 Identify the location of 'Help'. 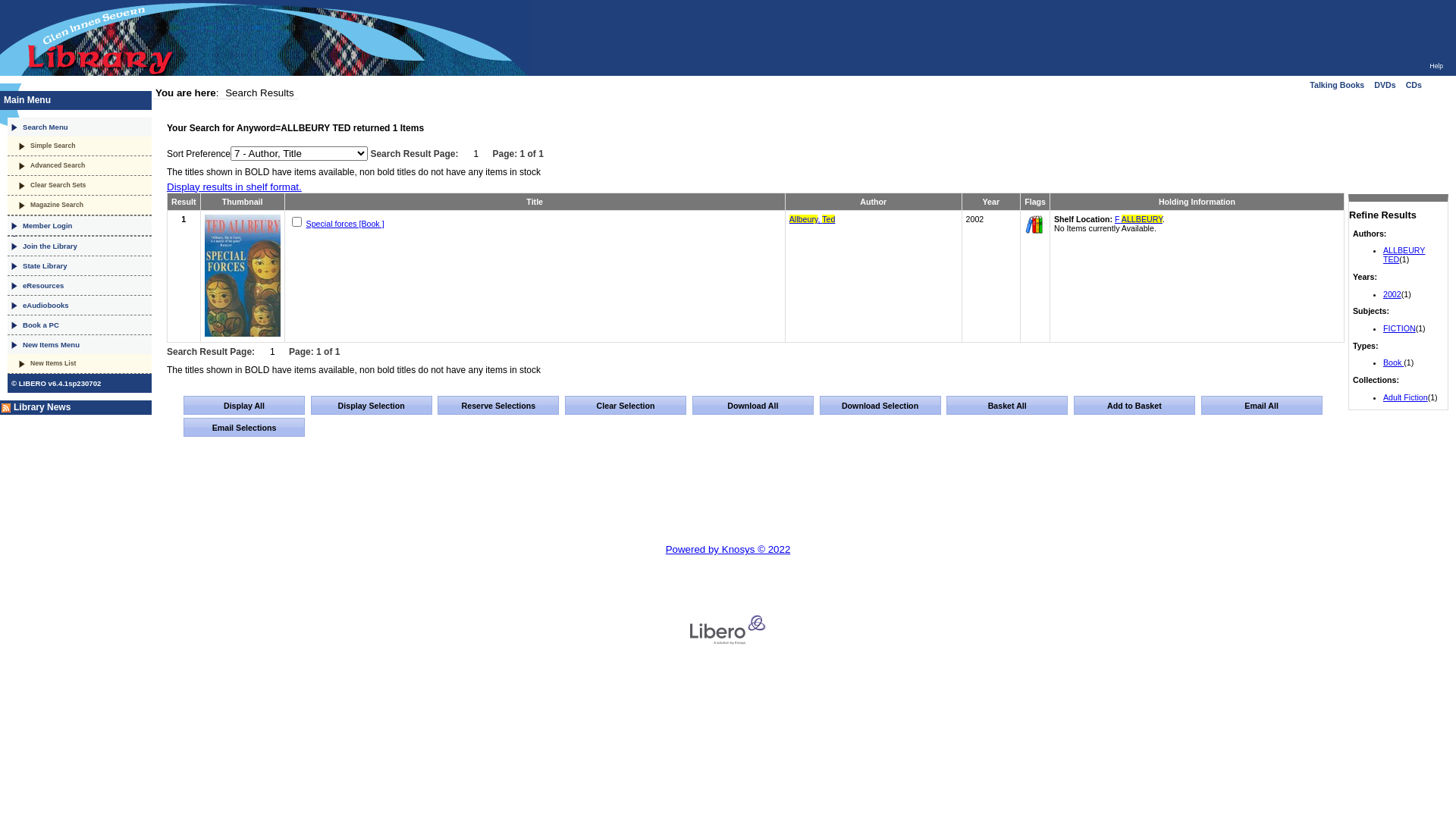
(1436, 65).